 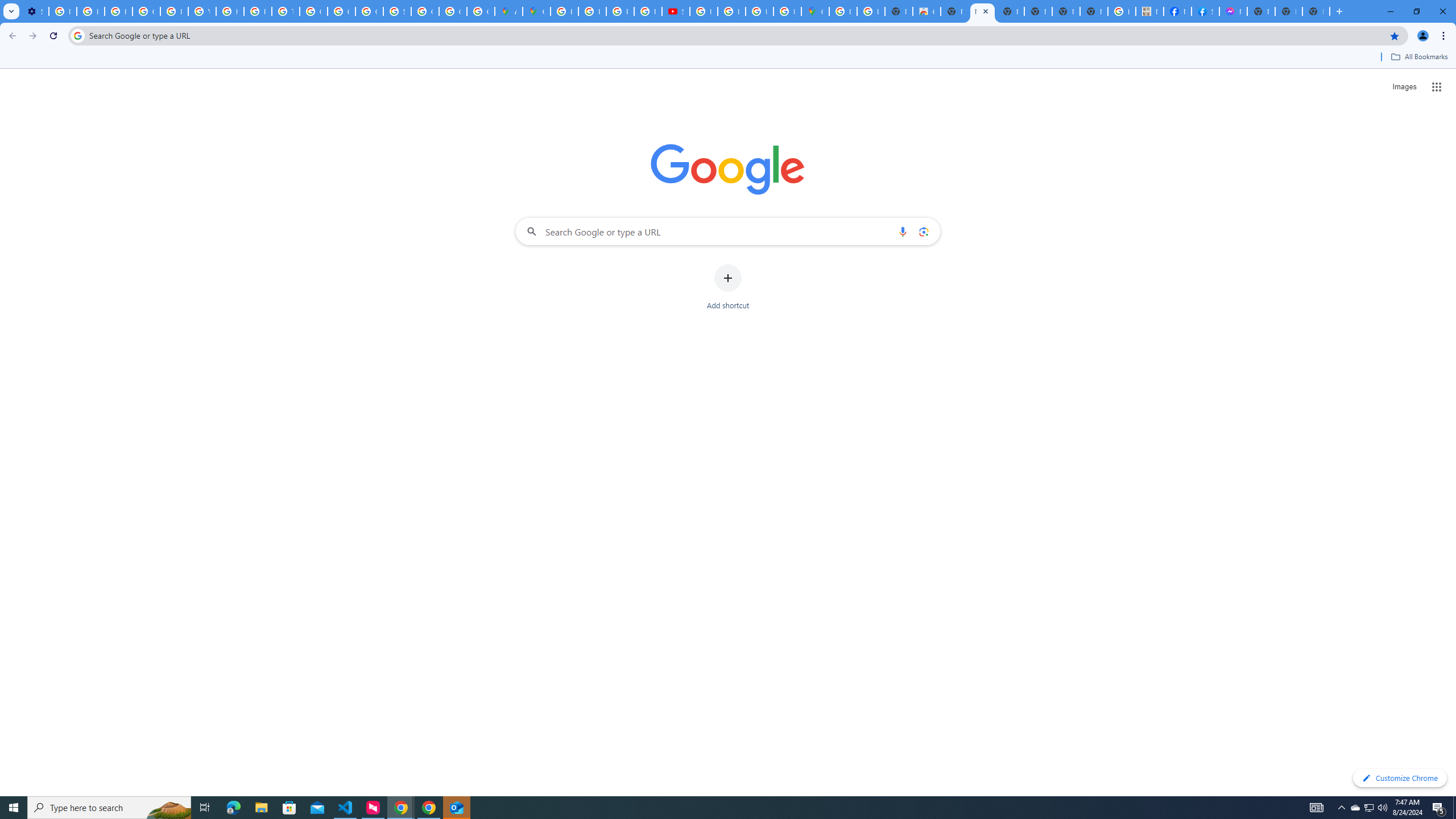 I want to click on 'Learn how to find your photos - Google Photos Help', so click(x=90, y=11).